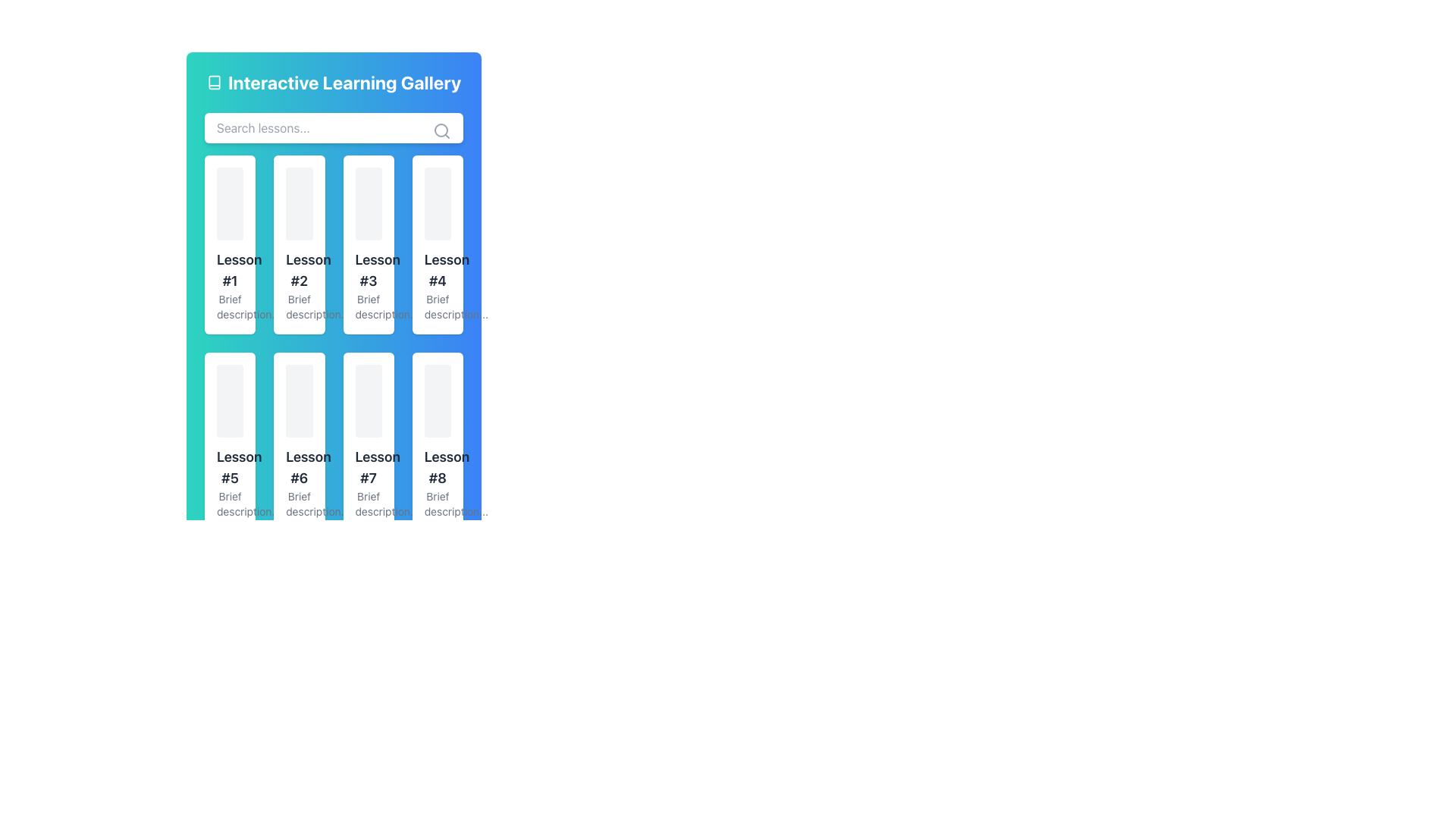 This screenshot has height=819, width=1456. I want to click on text of the lesson title label located in the top row, third column of the card structure, positioned above the text 'Brief description...', so click(369, 270).